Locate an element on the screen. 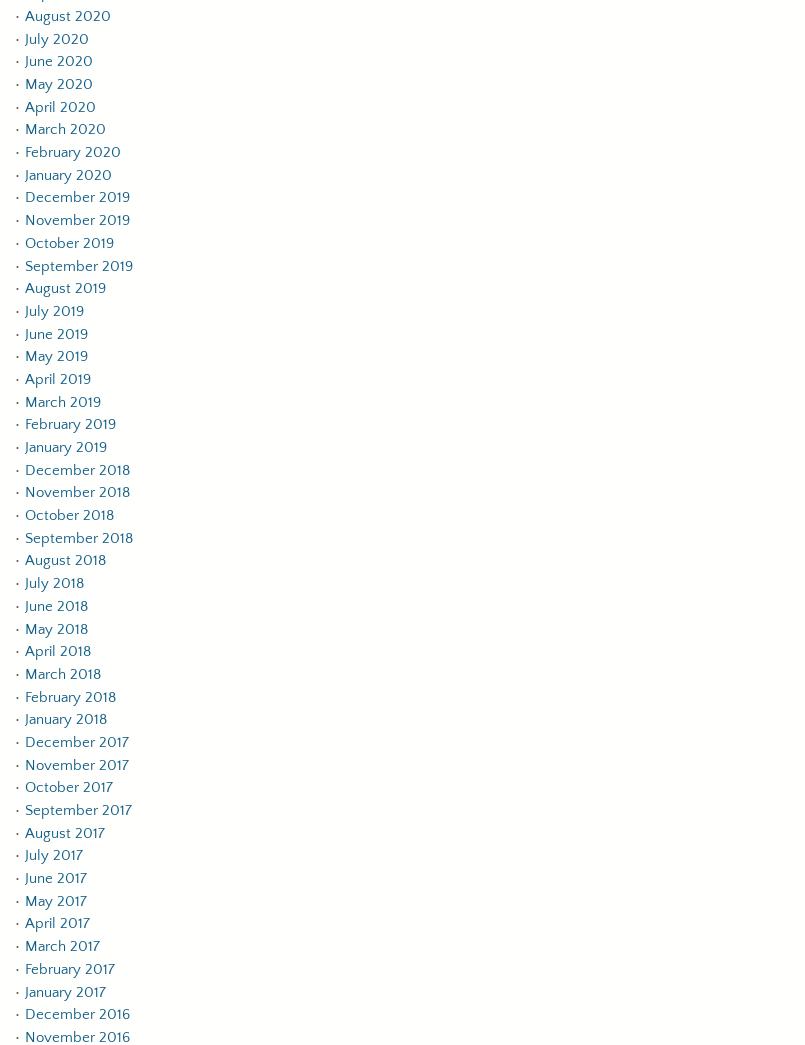 The height and width of the screenshot is (1045, 805). 'February 2017' is located at coordinates (69, 967).